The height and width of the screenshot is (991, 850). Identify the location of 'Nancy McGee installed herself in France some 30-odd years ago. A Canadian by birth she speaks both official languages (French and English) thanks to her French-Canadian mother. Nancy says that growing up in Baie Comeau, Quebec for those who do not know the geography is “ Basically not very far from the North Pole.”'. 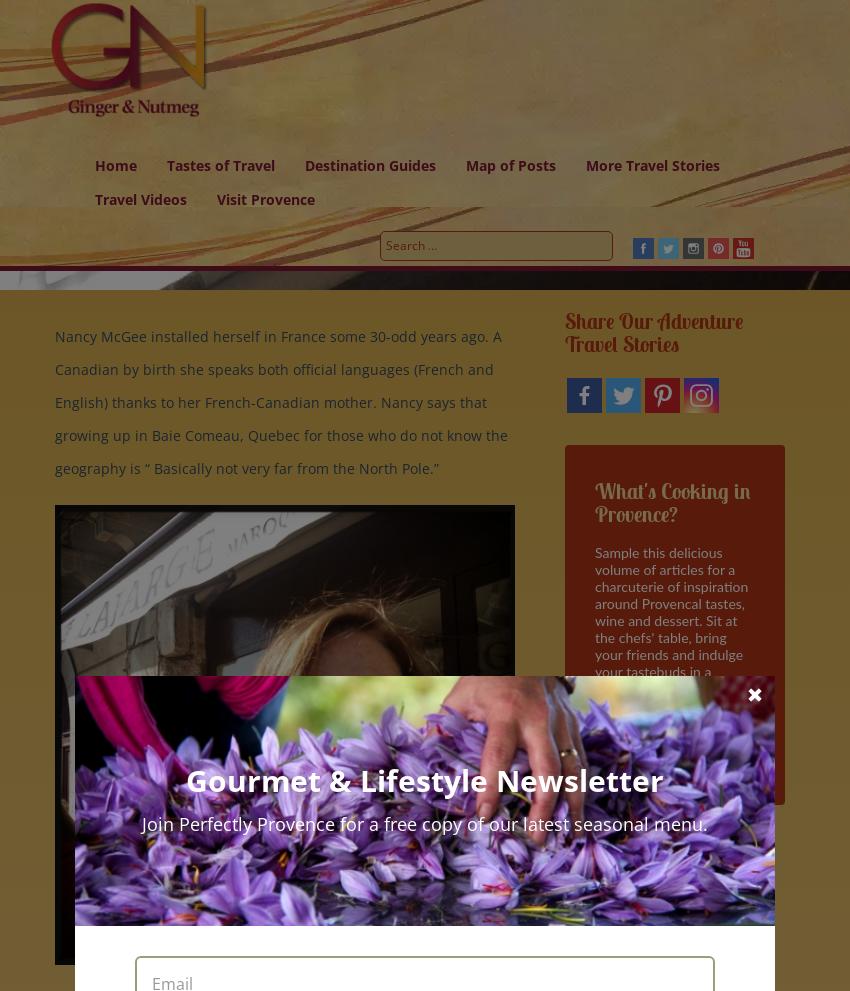
(280, 401).